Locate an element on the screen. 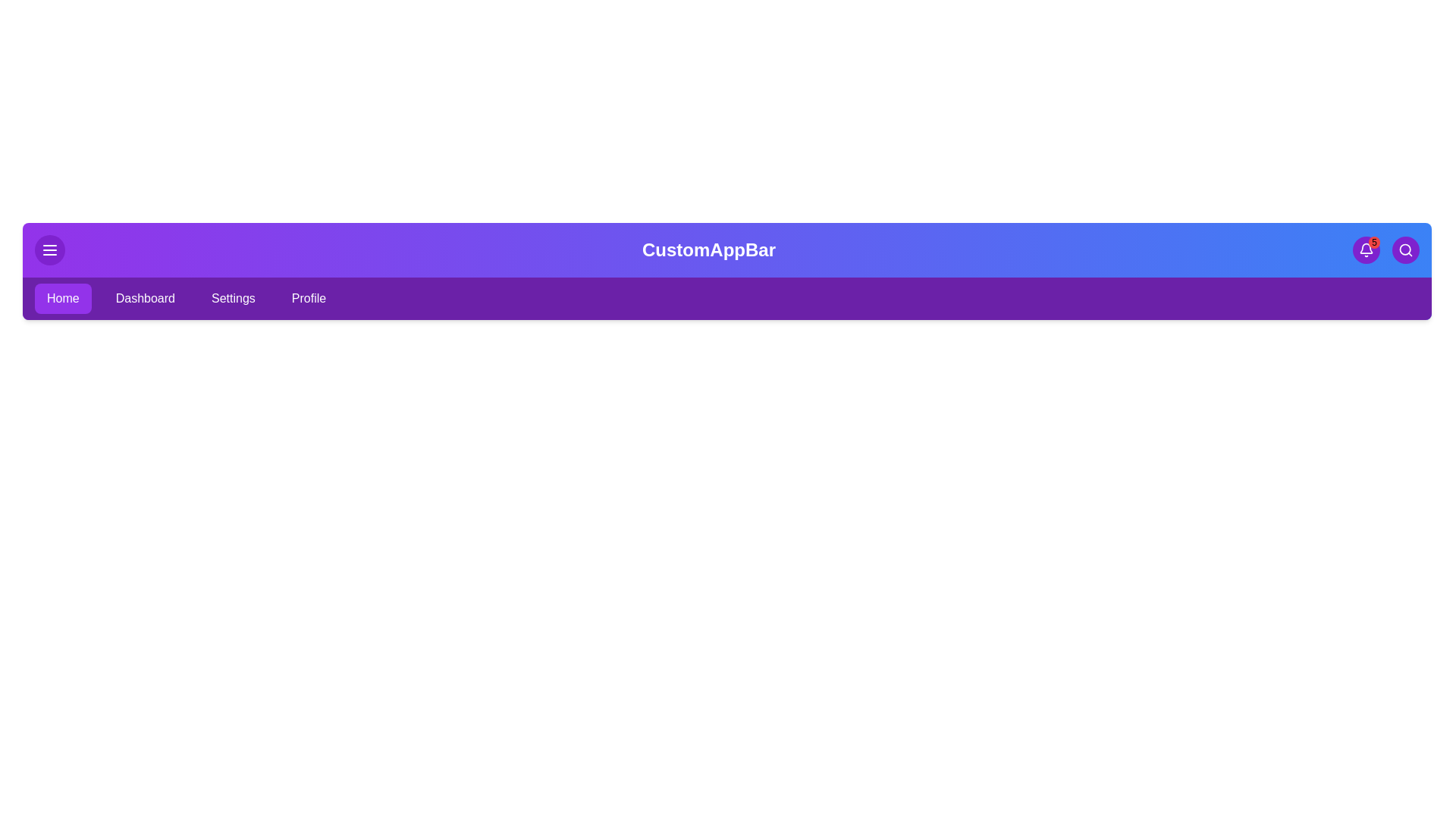 This screenshot has height=819, width=1456. the notification button to view notifications is located at coordinates (1366, 249).